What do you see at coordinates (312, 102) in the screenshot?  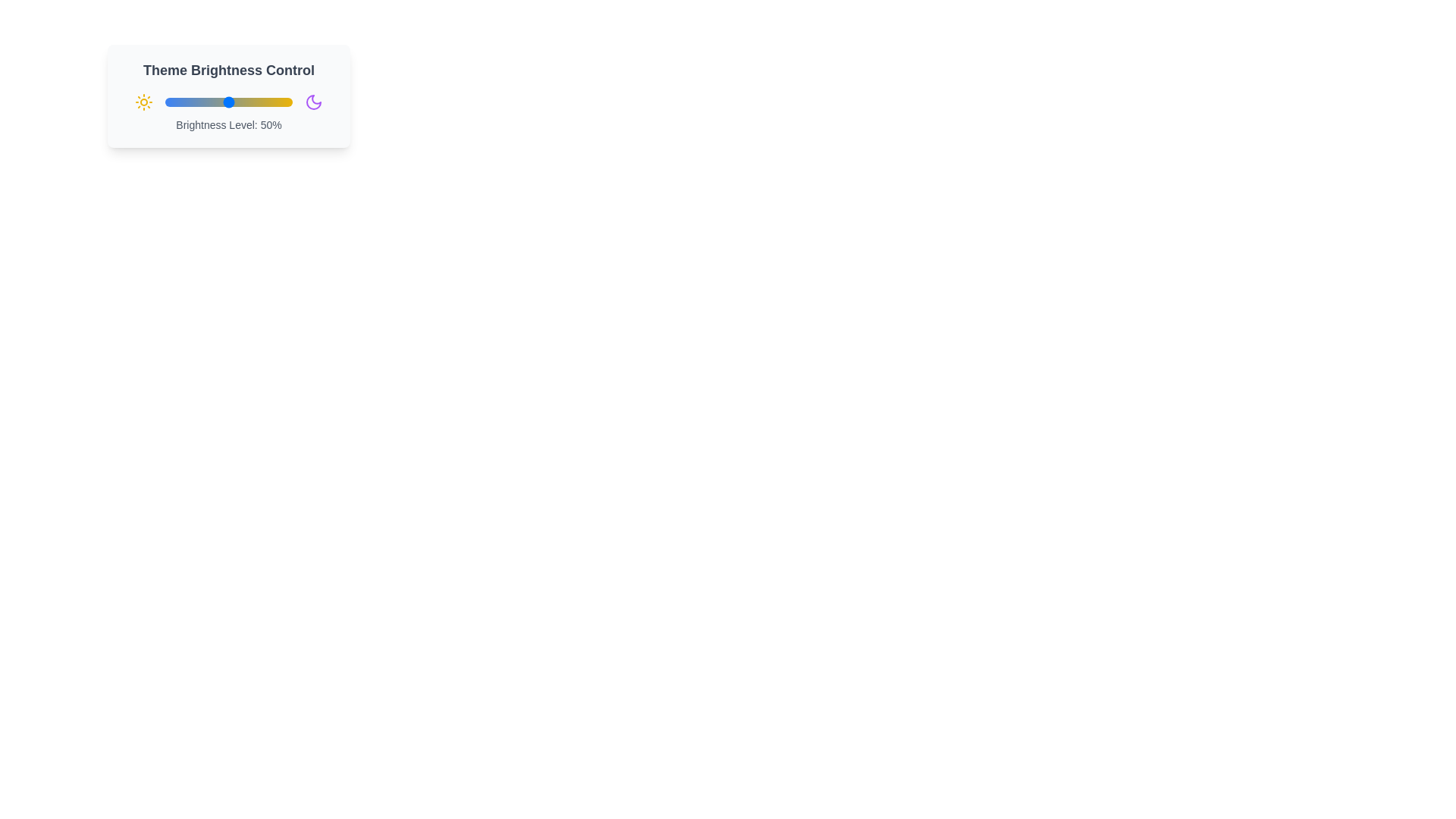 I see `the moon icon to interact with the slider` at bounding box center [312, 102].